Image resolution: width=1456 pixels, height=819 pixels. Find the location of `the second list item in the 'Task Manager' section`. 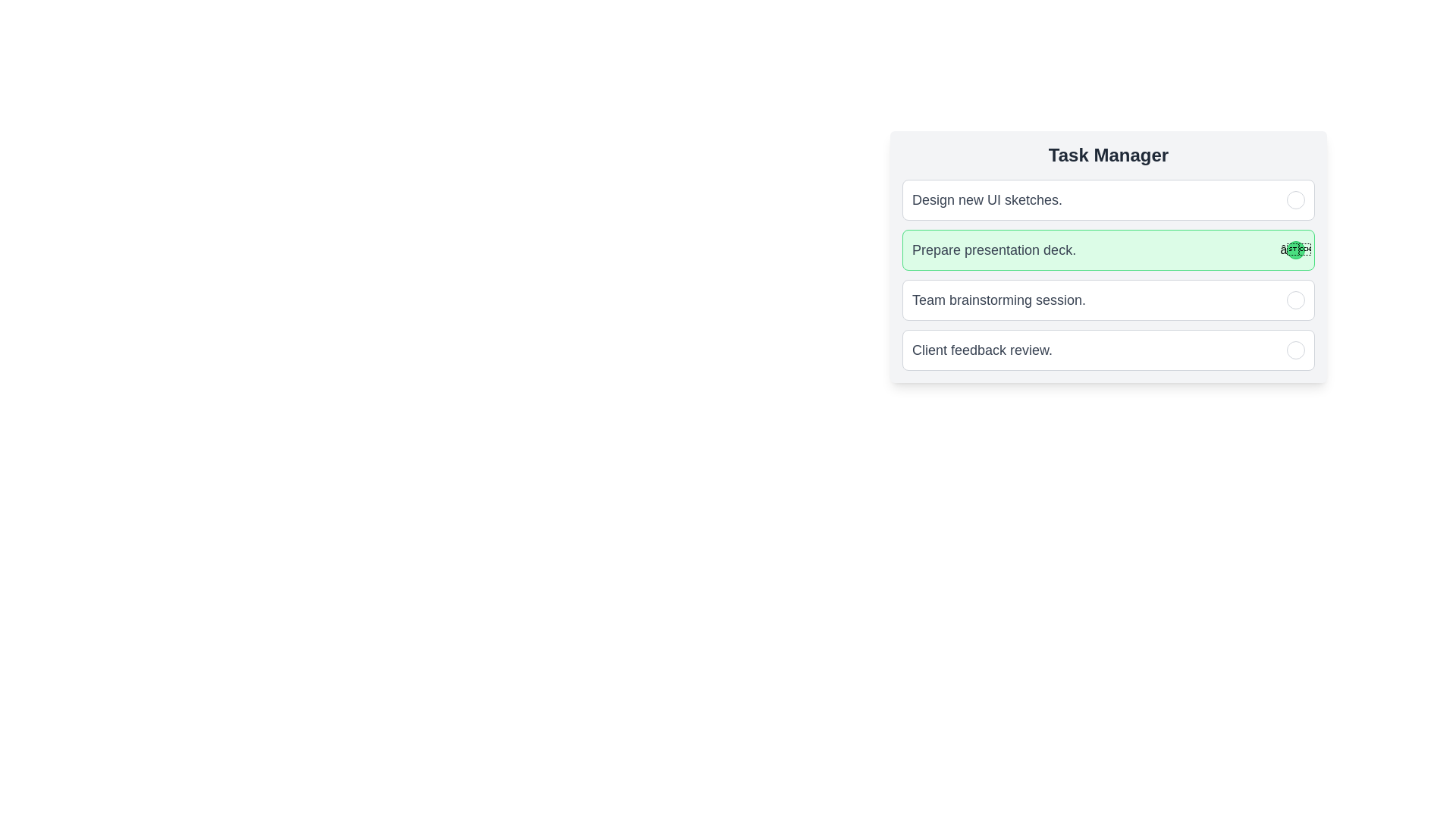

the second list item in the 'Task Manager' section is located at coordinates (1109, 256).